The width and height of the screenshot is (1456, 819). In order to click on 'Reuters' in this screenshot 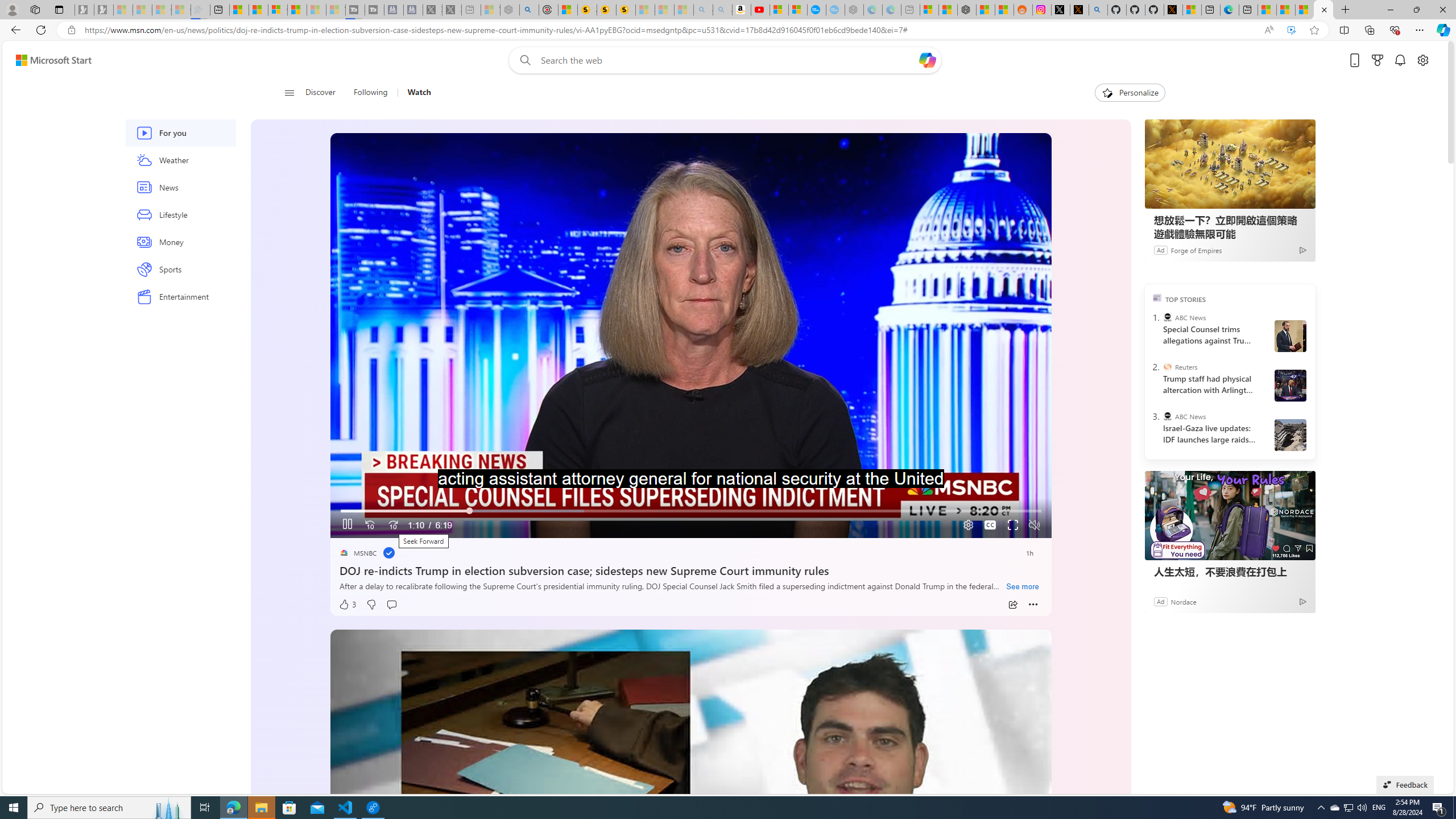, I will do `click(1168, 366)`.